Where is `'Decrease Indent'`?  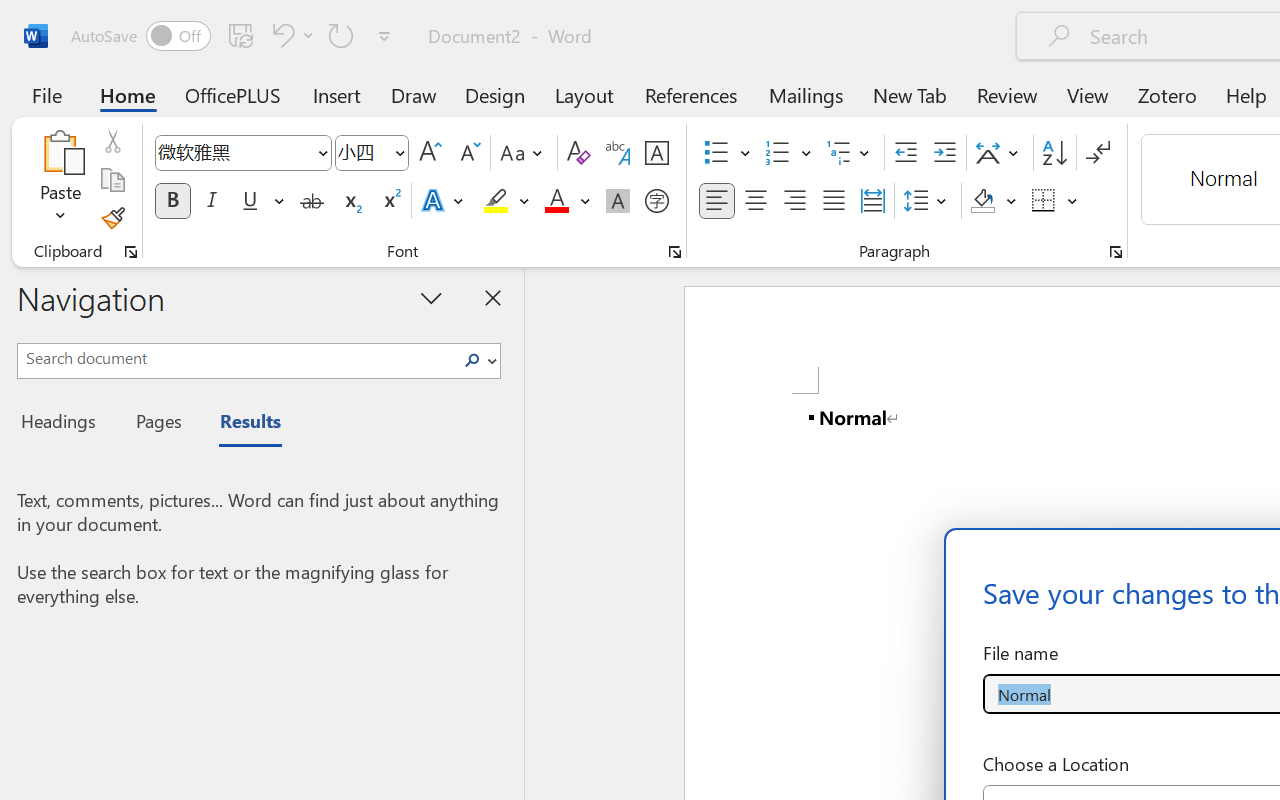
'Decrease Indent' is located at coordinates (905, 153).